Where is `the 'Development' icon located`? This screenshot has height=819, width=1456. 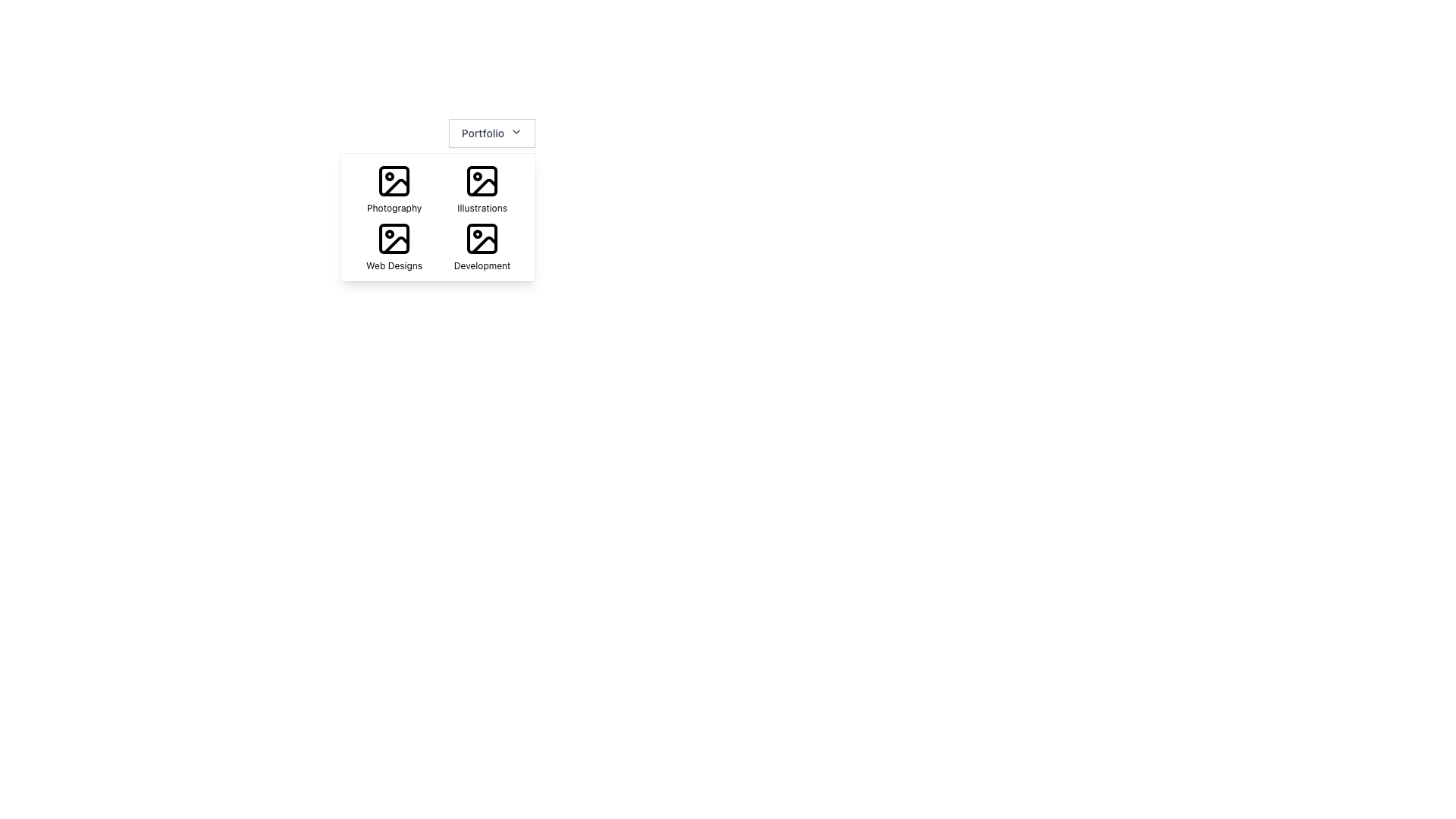 the 'Development' icon located is located at coordinates (481, 239).